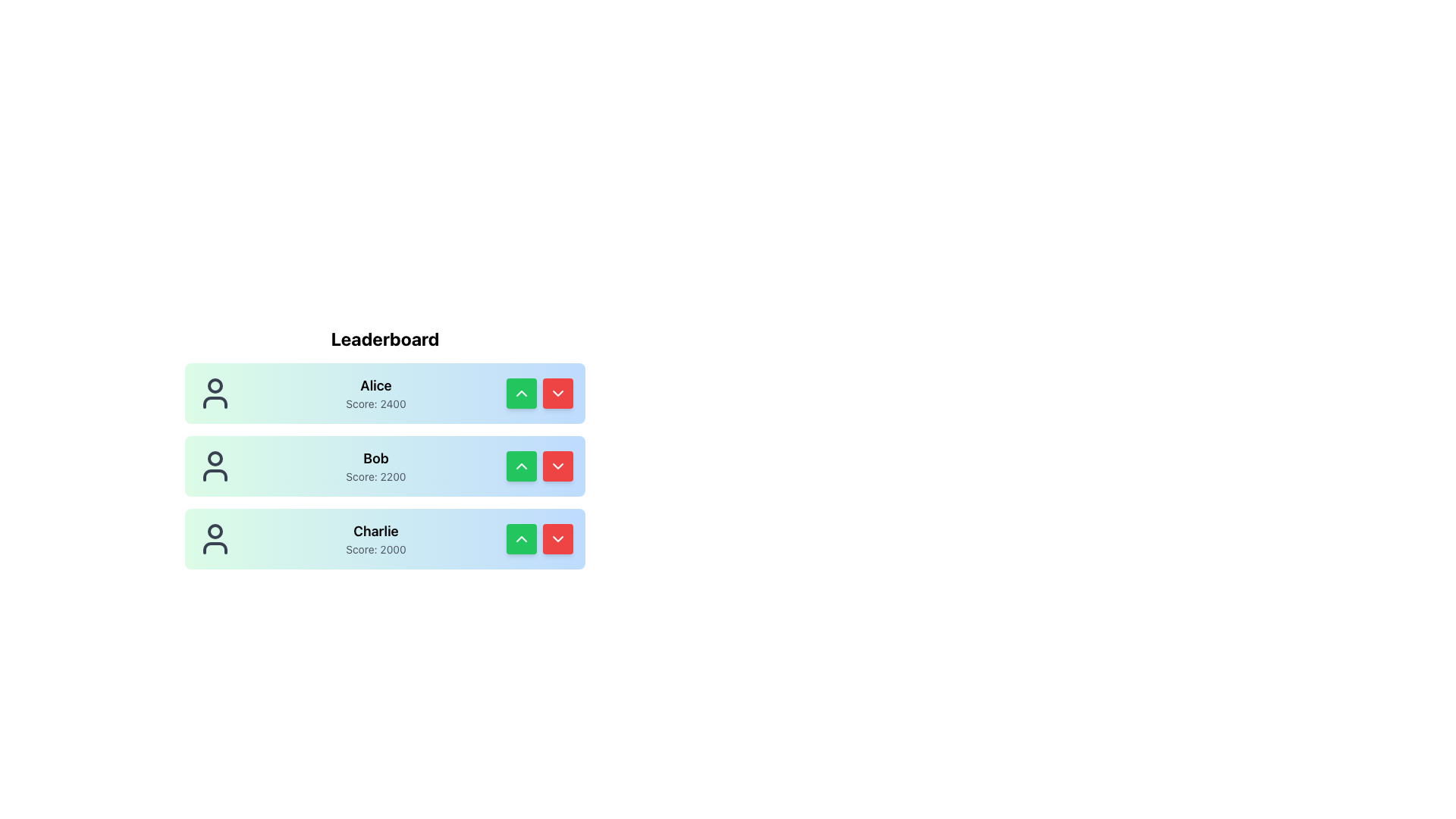 The image size is (1456, 819). I want to click on the green rectangular button with a white upward-pointing chevron icon located in the bottom-right corner of Charlie's details card, so click(521, 538).